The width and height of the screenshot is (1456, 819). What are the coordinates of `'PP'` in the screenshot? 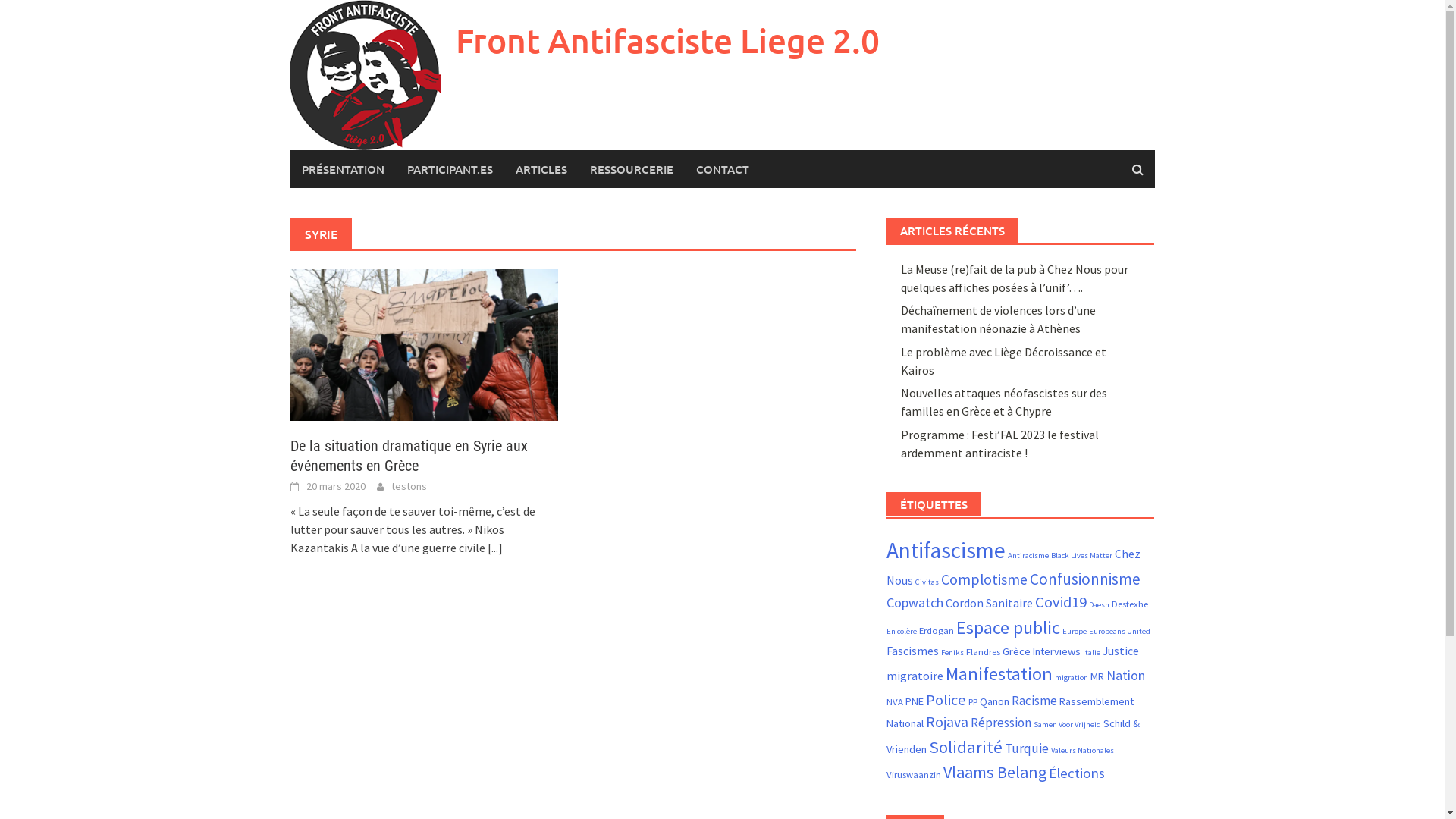 It's located at (972, 701).